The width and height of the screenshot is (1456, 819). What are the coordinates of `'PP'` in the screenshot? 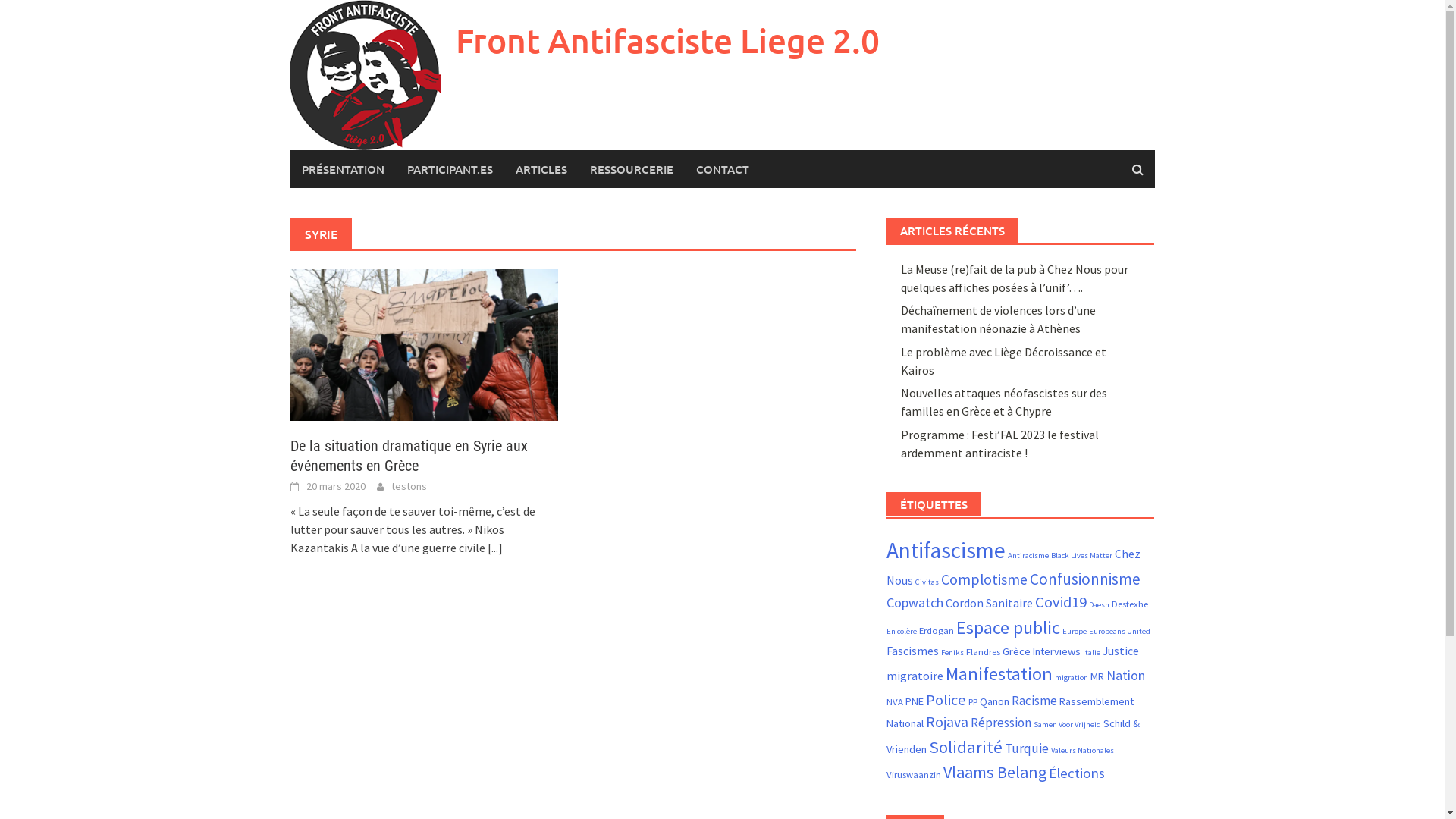 It's located at (972, 701).